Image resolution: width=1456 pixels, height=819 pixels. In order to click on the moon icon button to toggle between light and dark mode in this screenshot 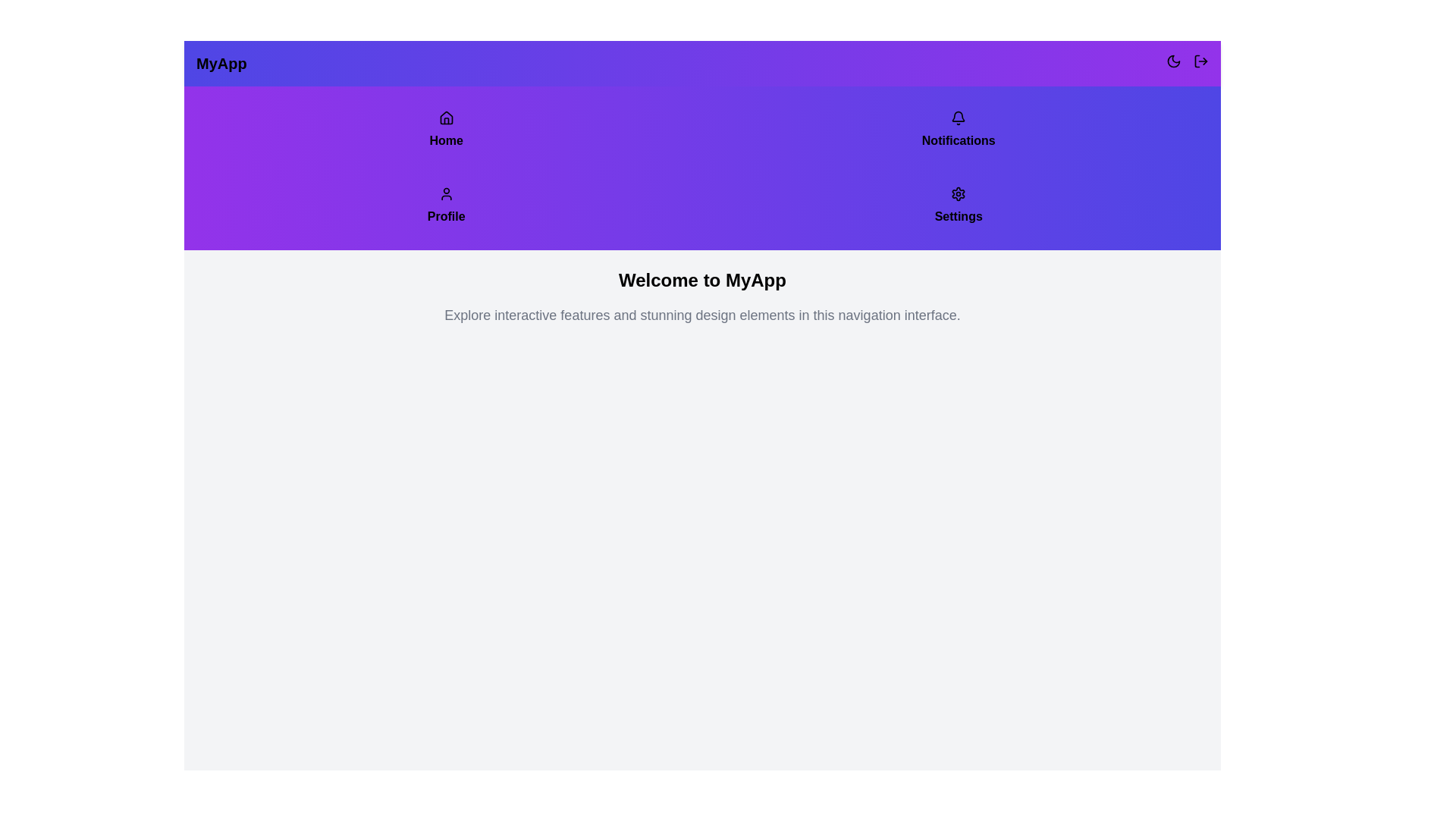, I will do `click(1173, 60)`.